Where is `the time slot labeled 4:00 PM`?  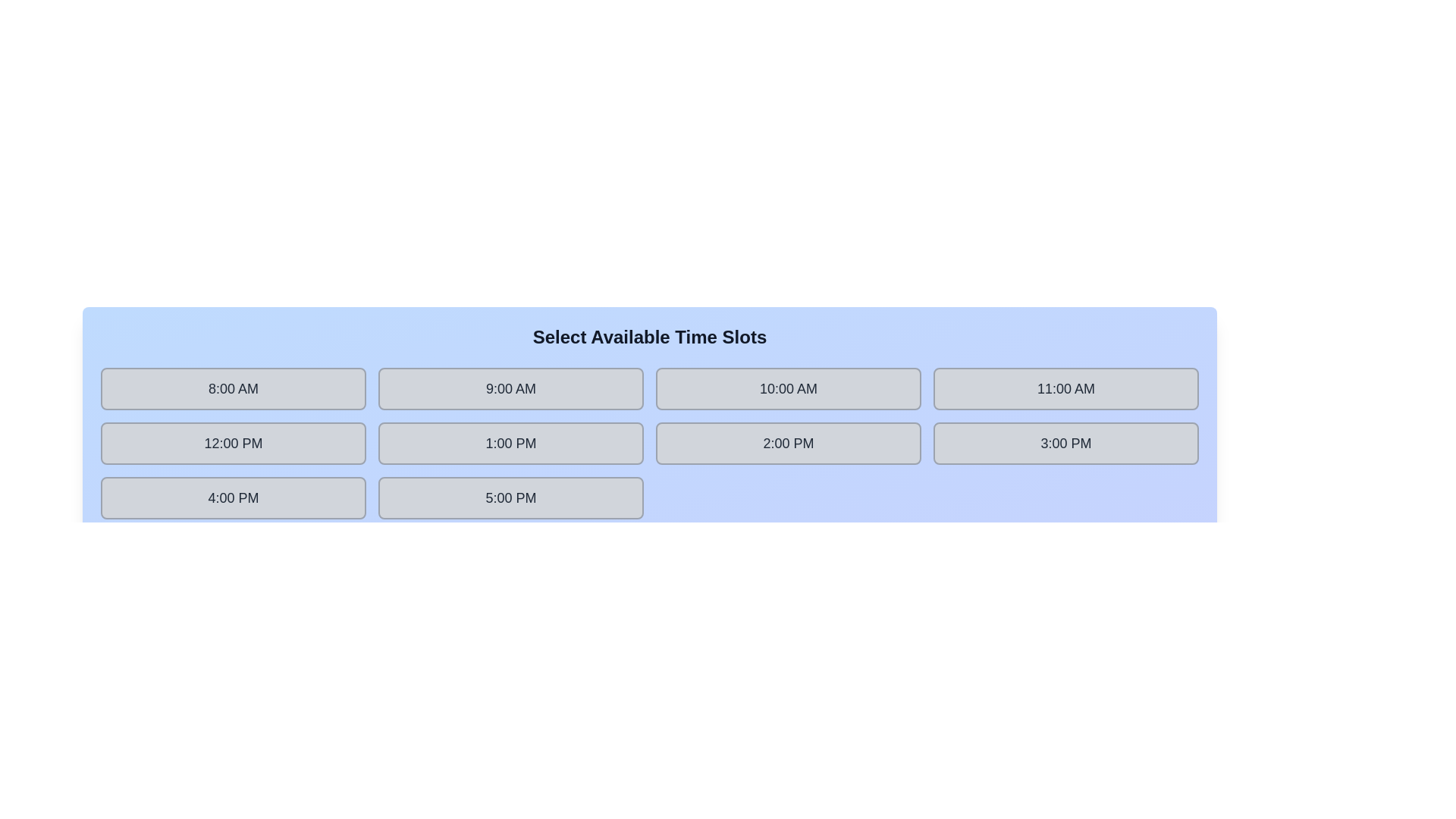
the time slot labeled 4:00 PM is located at coordinates (232, 497).